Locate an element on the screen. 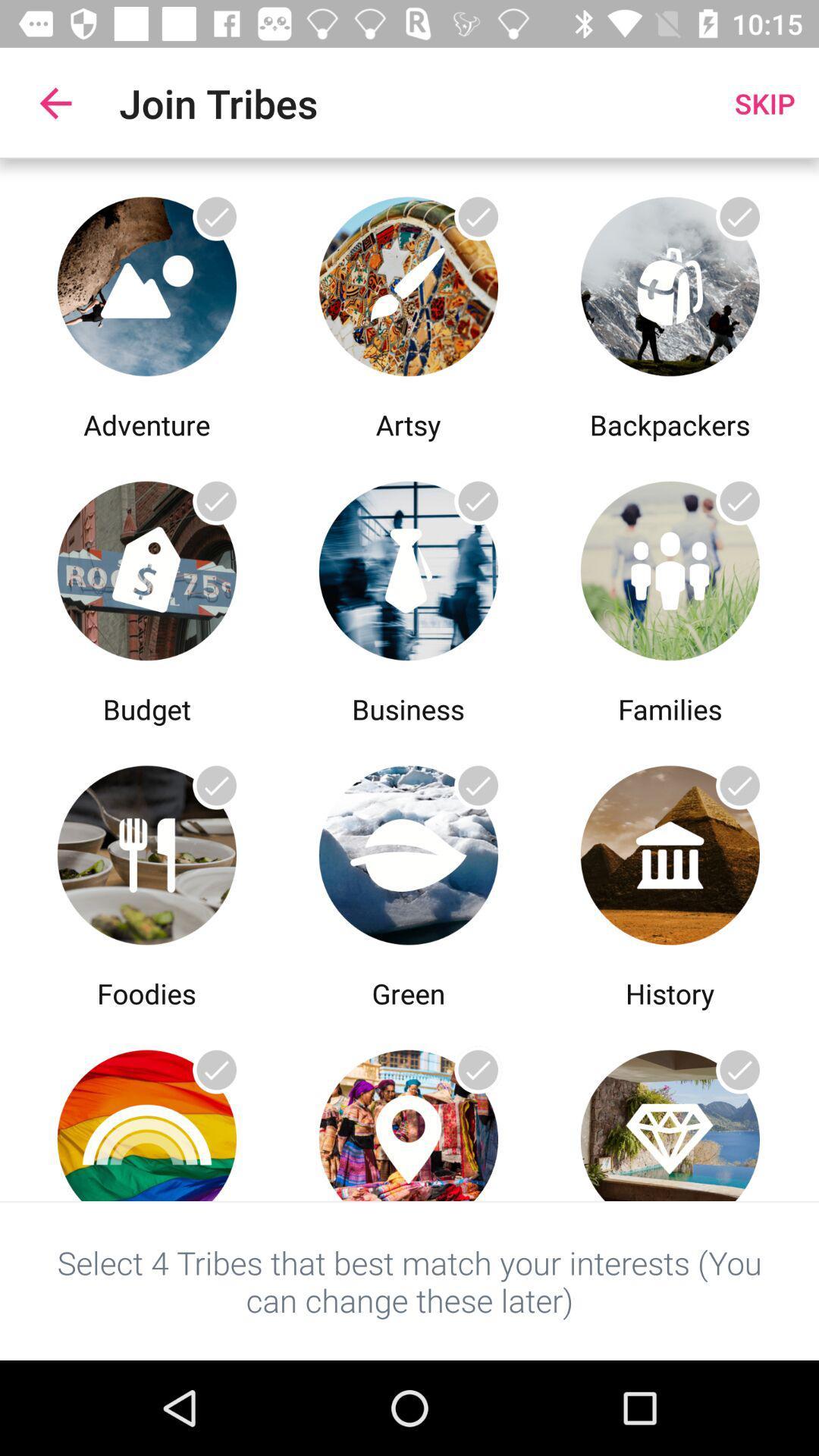  join group is located at coordinates (407, 282).